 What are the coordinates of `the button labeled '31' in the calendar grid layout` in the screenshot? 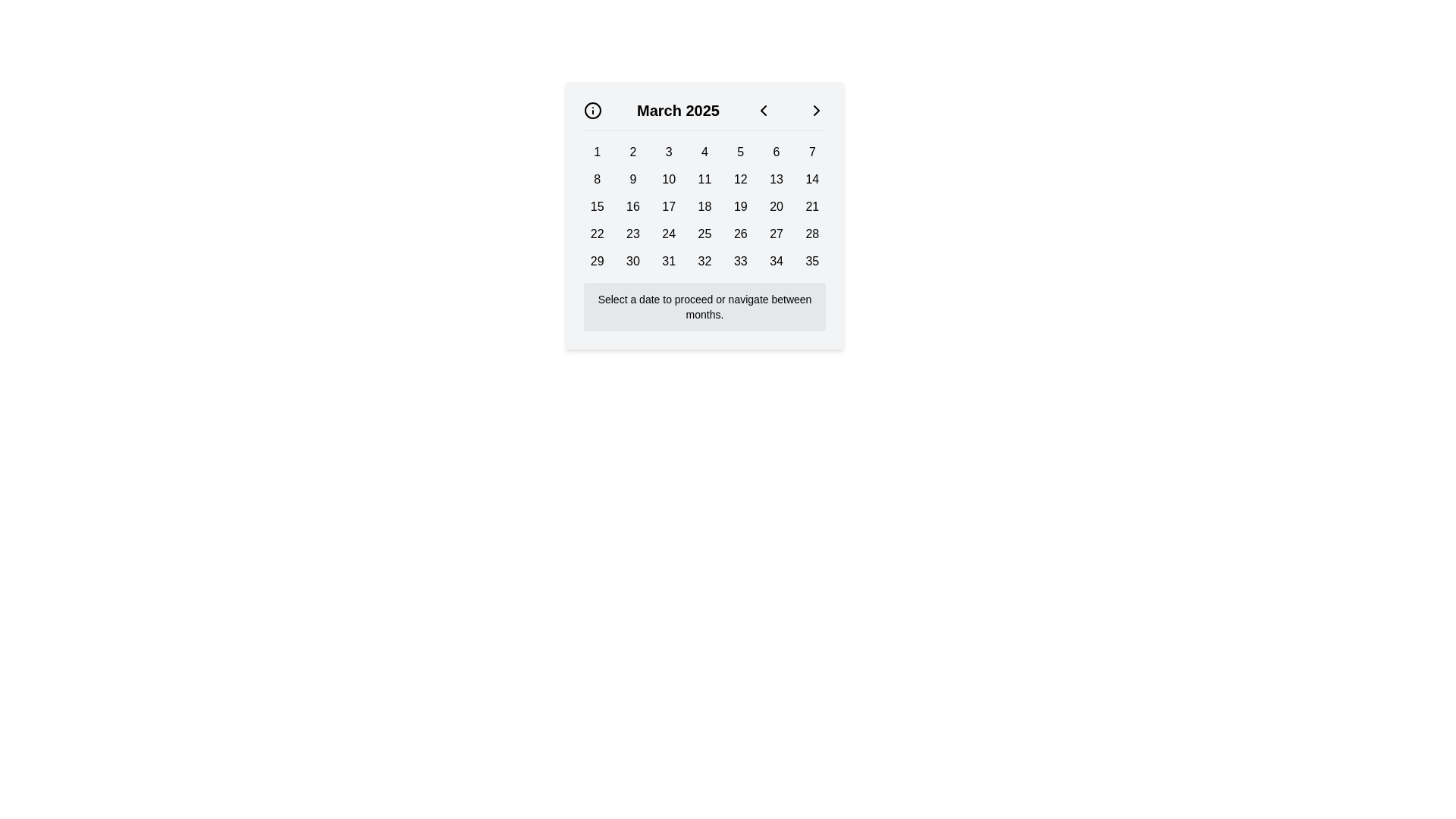 It's located at (668, 260).